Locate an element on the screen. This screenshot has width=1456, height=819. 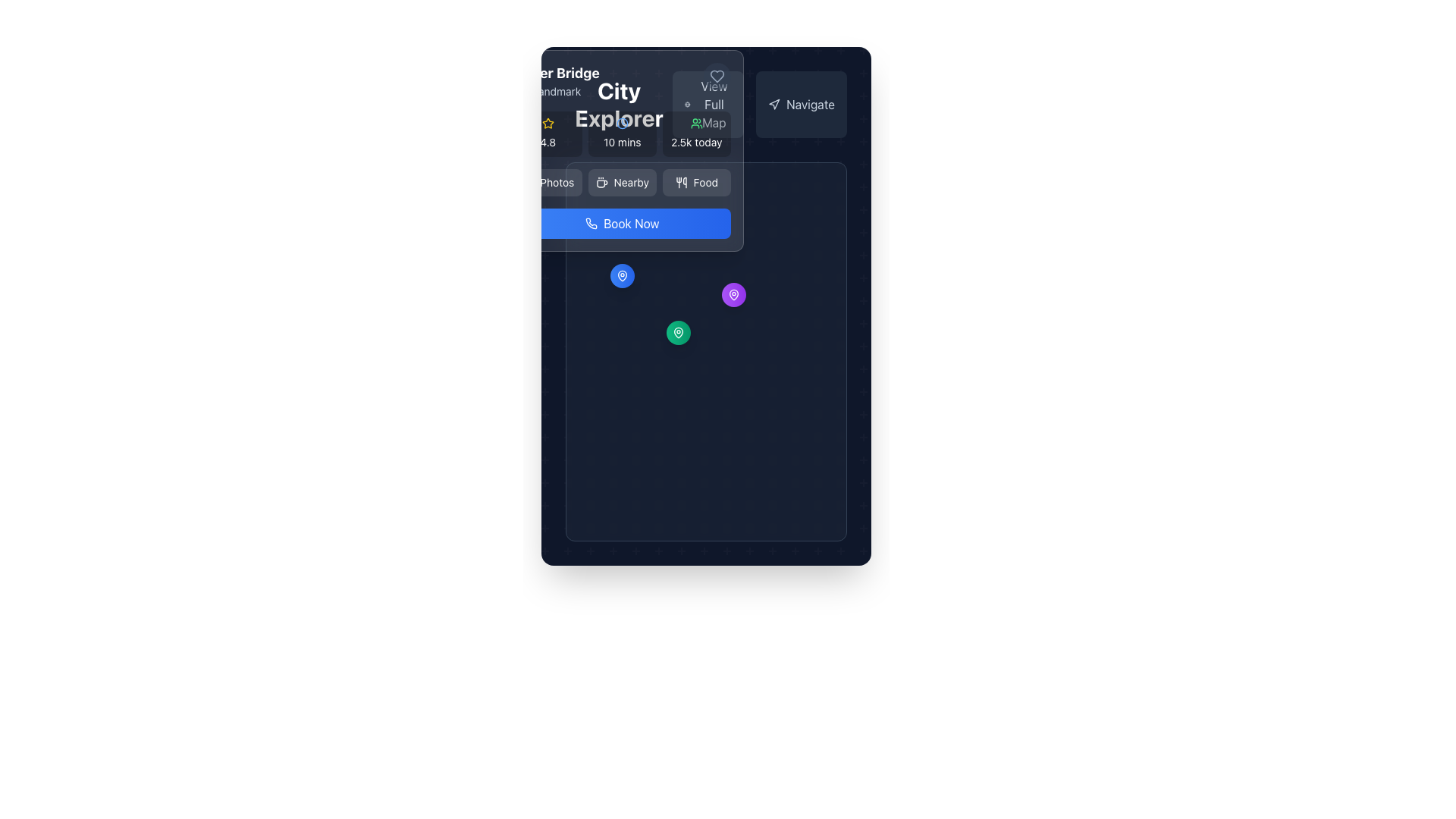
the Information display widget, which shows a duration metric and is centrally placed among three horizontally aligned widgets at the top of the main page is located at coordinates (622, 133).